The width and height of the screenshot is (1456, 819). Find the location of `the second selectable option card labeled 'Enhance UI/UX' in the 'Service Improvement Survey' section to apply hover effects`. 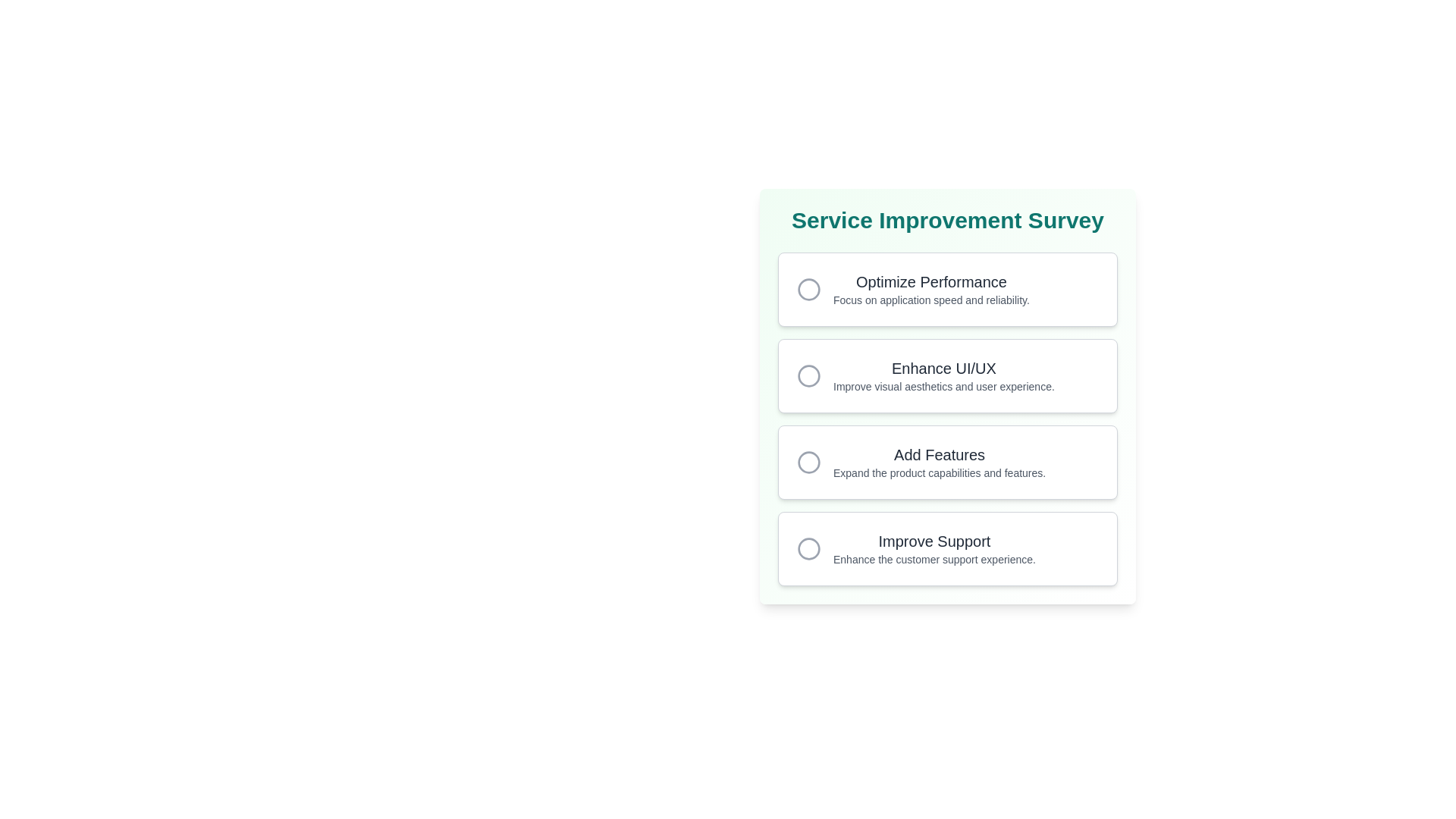

the second selectable option card labeled 'Enhance UI/UX' in the 'Service Improvement Survey' section to apply hover effects is located at coordinates (946, 375).